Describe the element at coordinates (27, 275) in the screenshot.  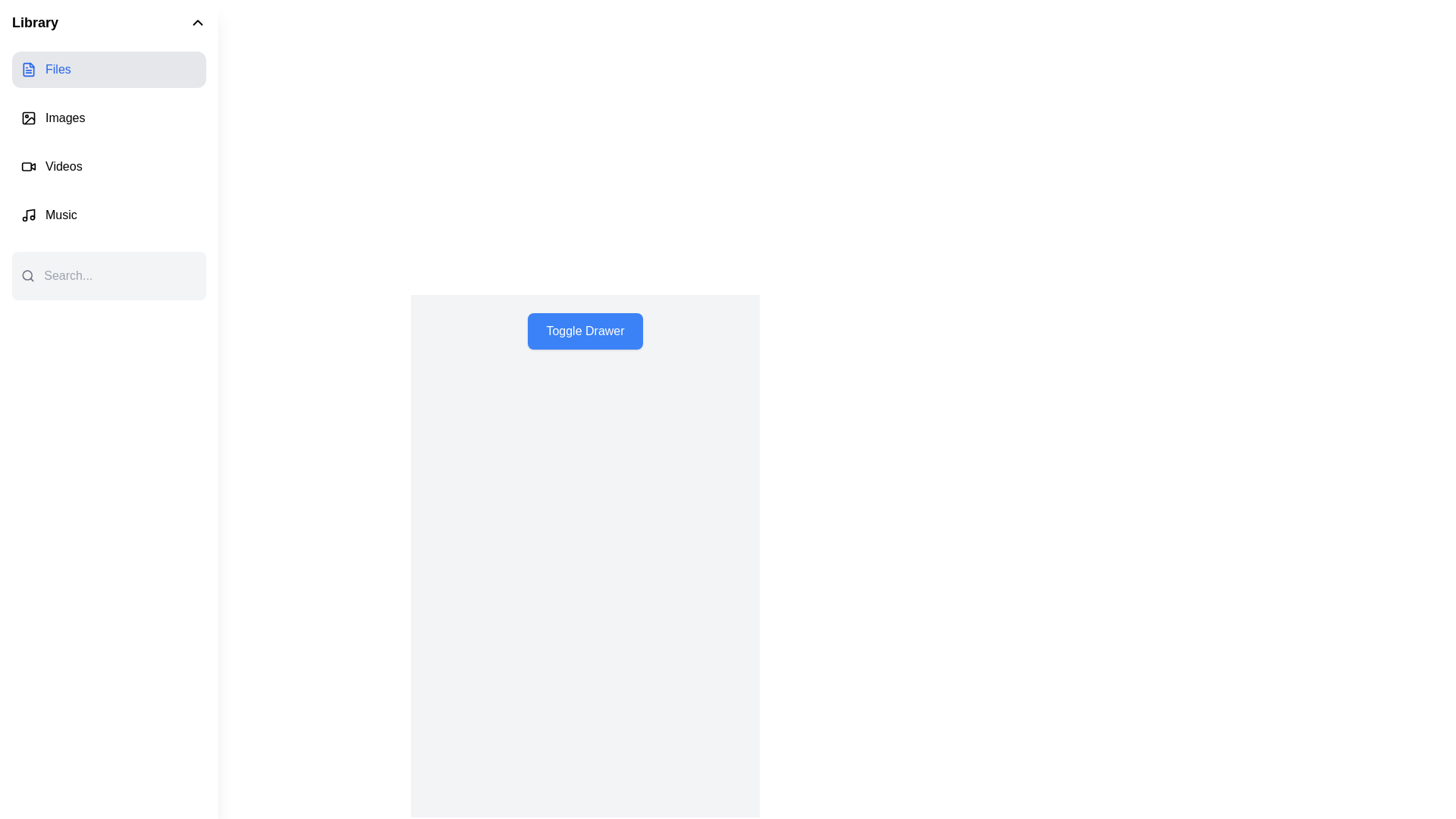
I see `the SVG Circle representing the search icon located in the sidebar near the top-left of the interface` at that location.